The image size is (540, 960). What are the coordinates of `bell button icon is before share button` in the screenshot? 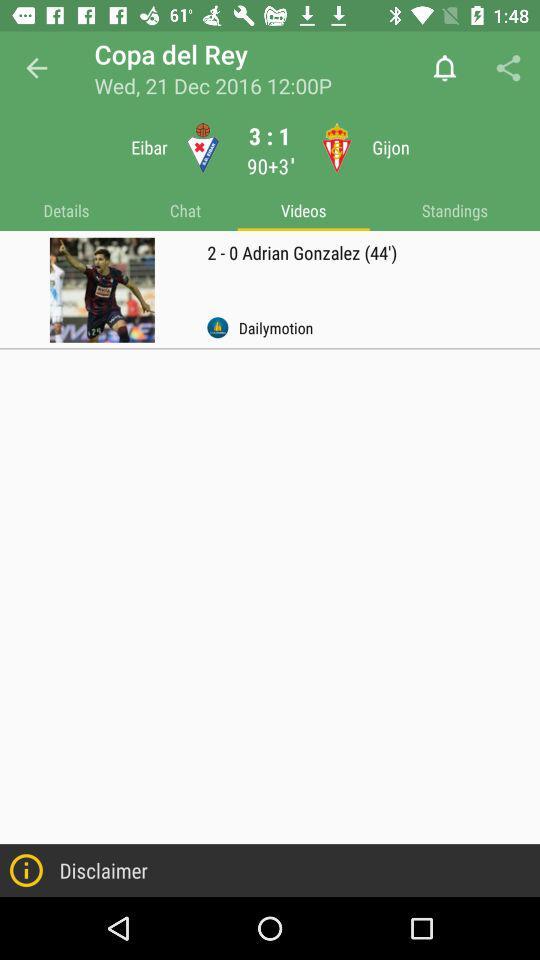 It's located at (445, 68).